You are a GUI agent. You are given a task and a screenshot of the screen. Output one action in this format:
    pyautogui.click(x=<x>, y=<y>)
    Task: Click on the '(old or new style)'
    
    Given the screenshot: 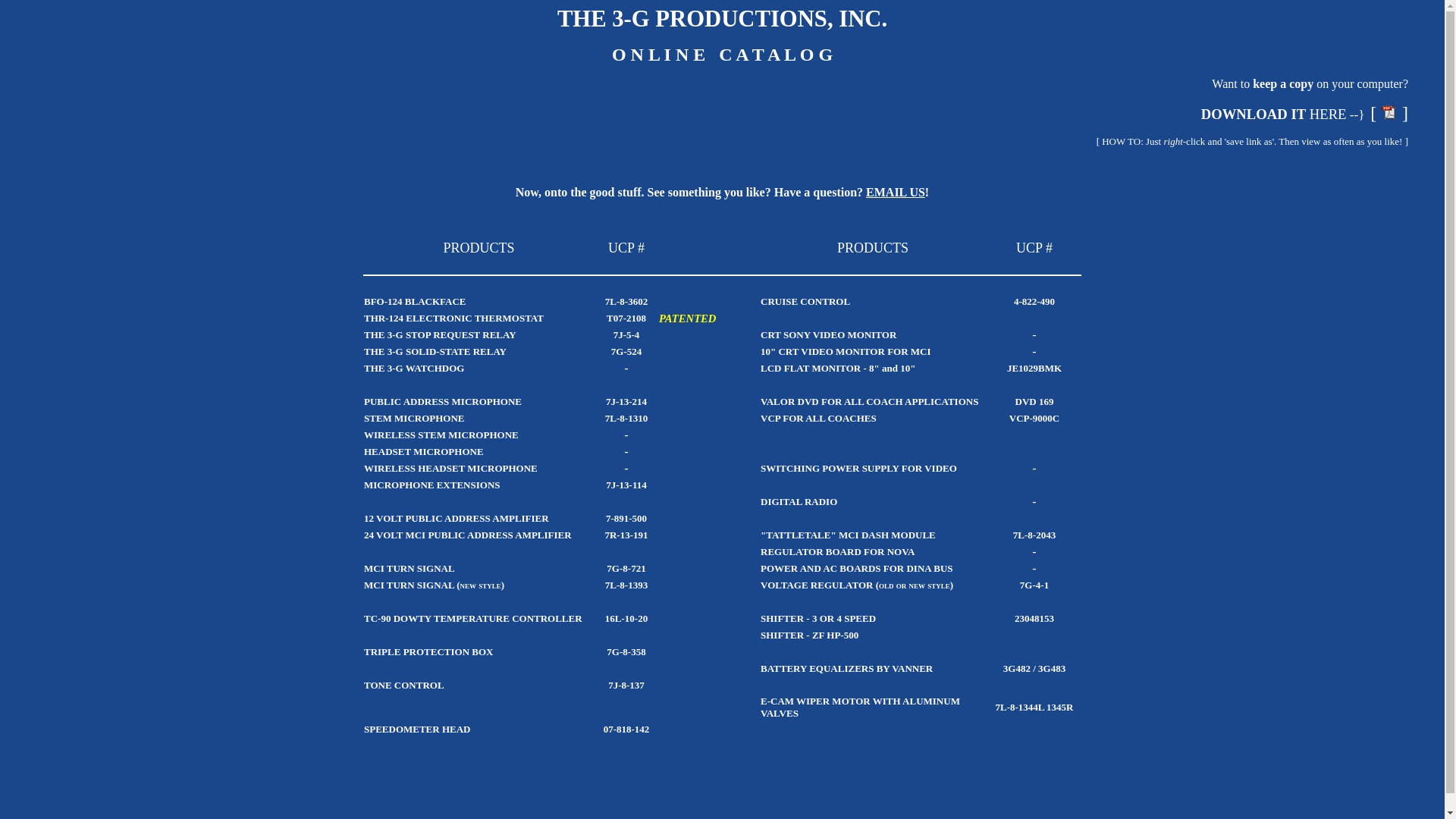 What is the action you would take?
    pyautogui.click(x=876, y=583)
    